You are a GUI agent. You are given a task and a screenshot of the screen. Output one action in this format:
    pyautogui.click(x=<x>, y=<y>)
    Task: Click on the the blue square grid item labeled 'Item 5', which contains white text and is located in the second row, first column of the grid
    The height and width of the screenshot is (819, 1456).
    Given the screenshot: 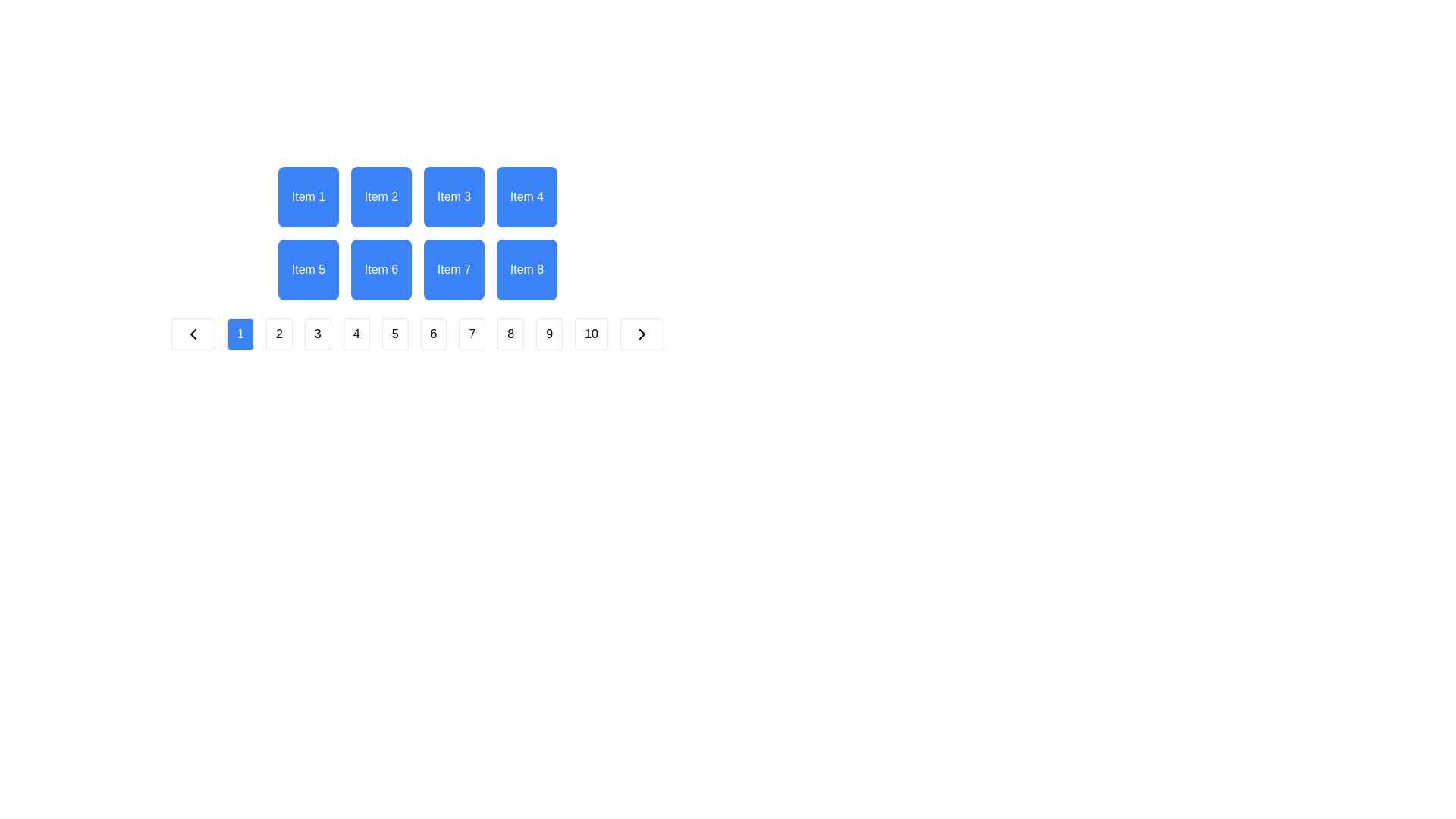 What is the action you would take?
    pyautogui.click(x=308, y=268)
    